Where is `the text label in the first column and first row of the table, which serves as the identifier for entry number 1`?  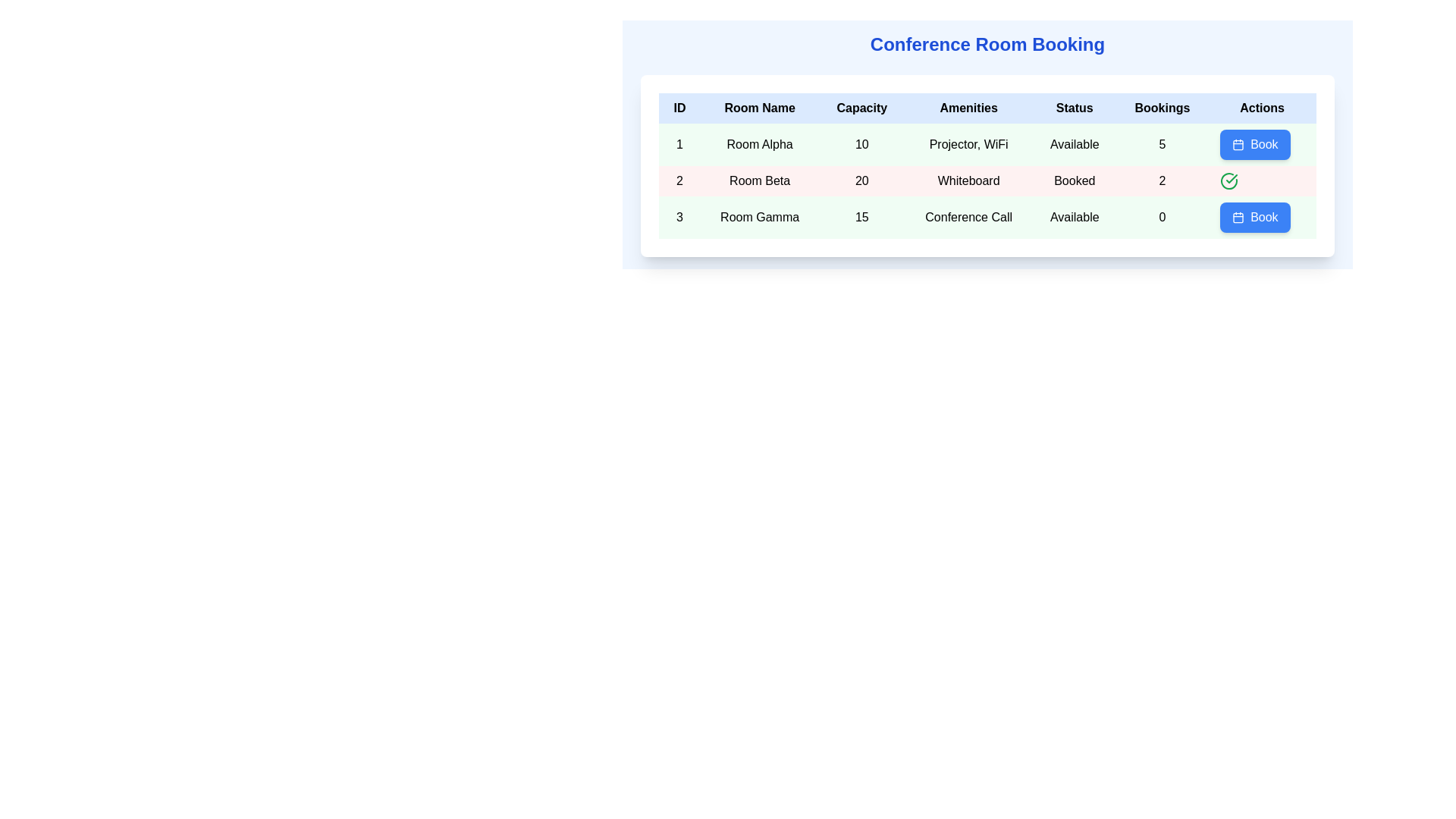 the text label in the first column and first row of the table, which serves as the identifier for entry number 1 is located at coordinates (679, 145).